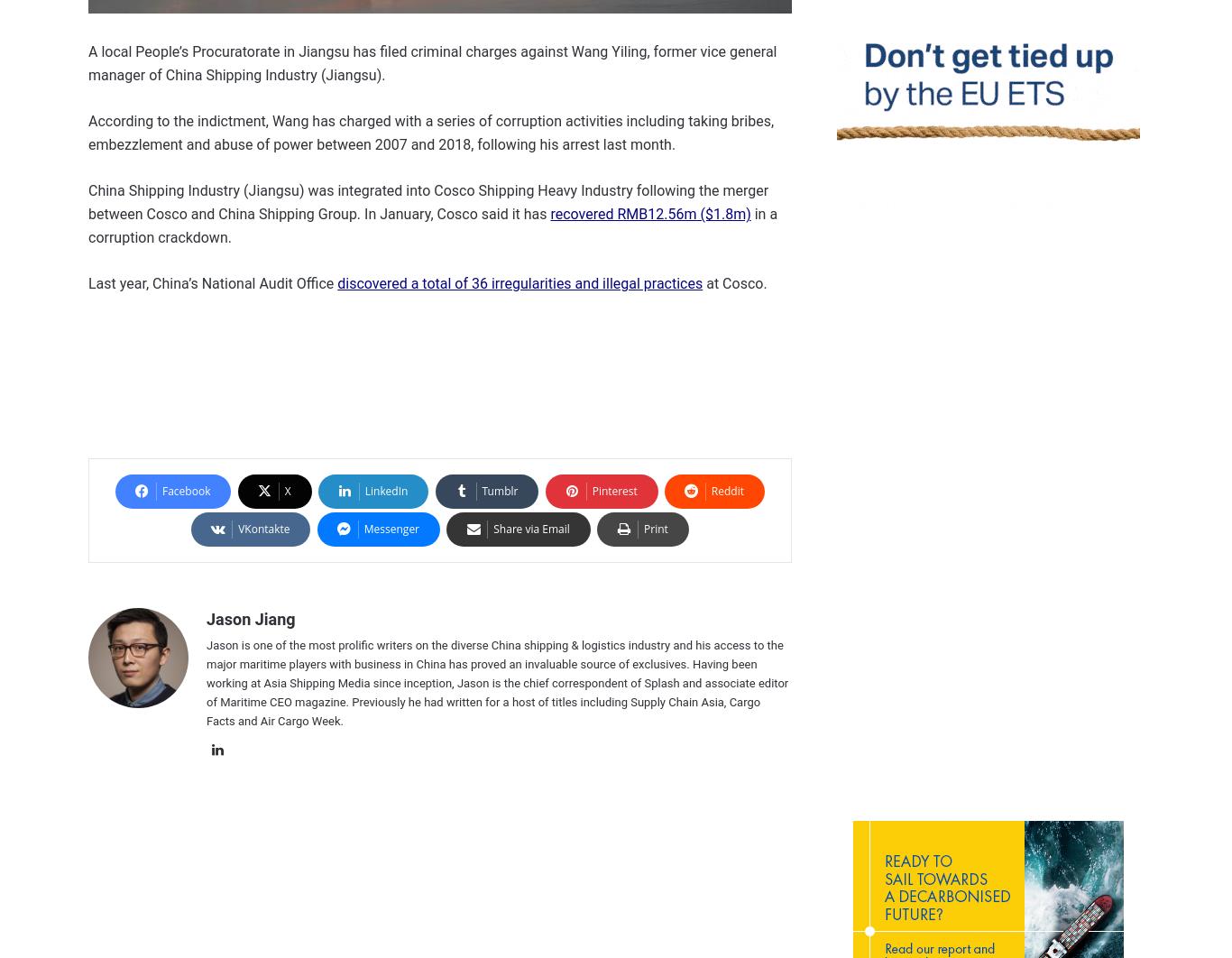  I want to click on 'Jason Jiang', so click(250, 619).